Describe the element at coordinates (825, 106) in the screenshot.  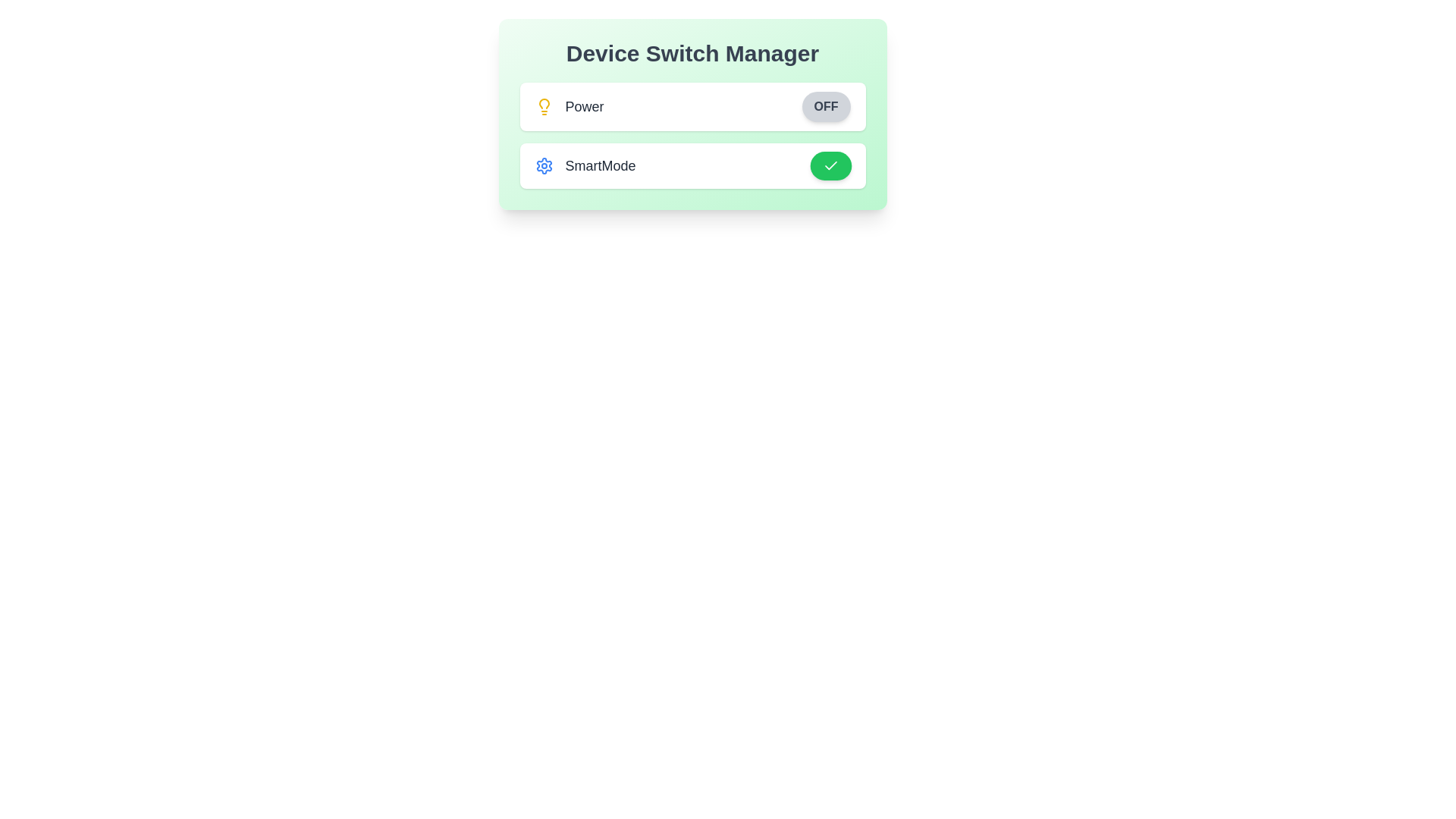
I see `the 'Power' switch button to toggle its state` at that location.